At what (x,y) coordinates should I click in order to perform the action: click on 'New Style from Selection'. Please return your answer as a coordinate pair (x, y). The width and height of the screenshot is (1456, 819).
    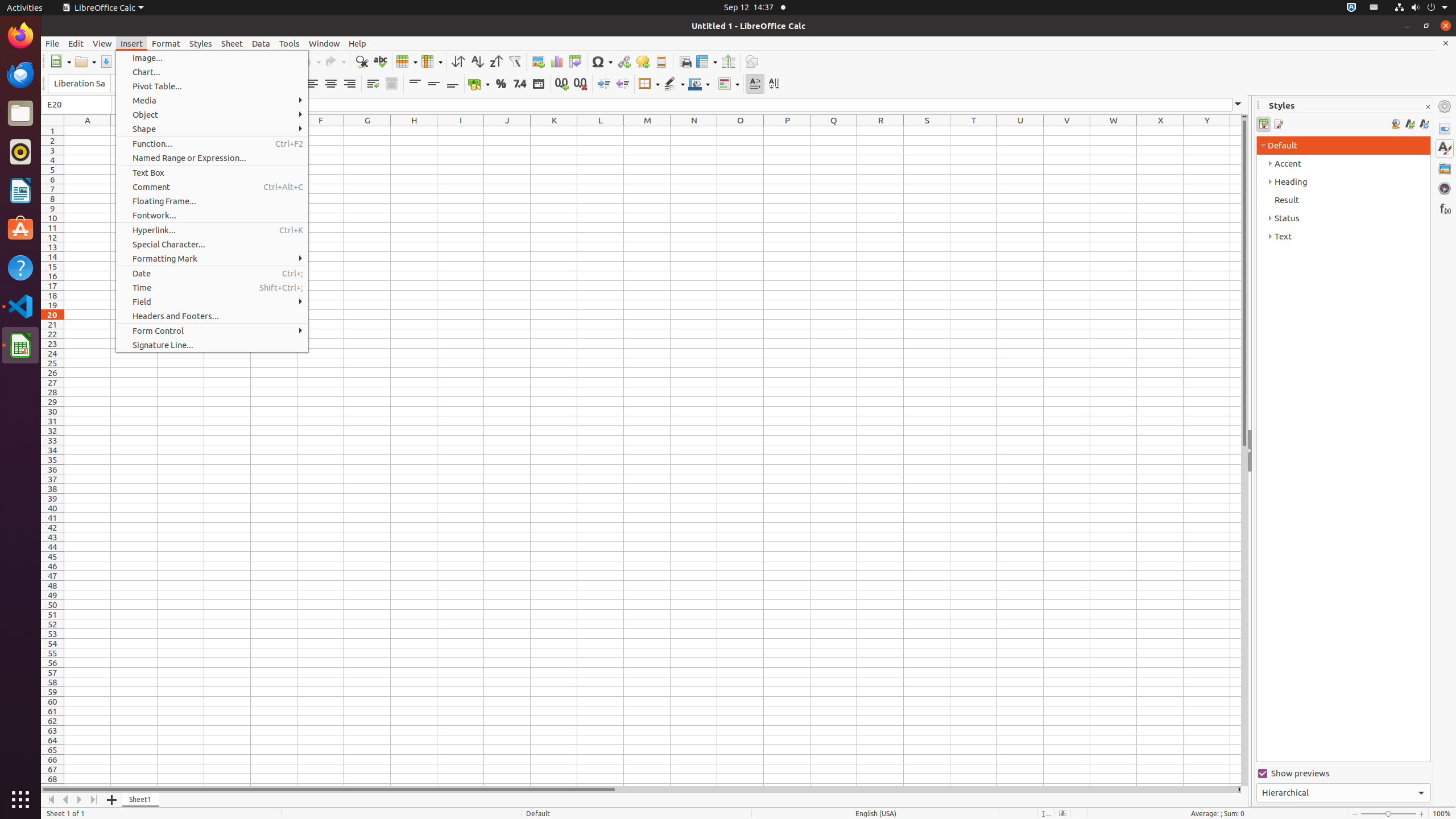
    Looking at the image, I should click on (1409, 124).